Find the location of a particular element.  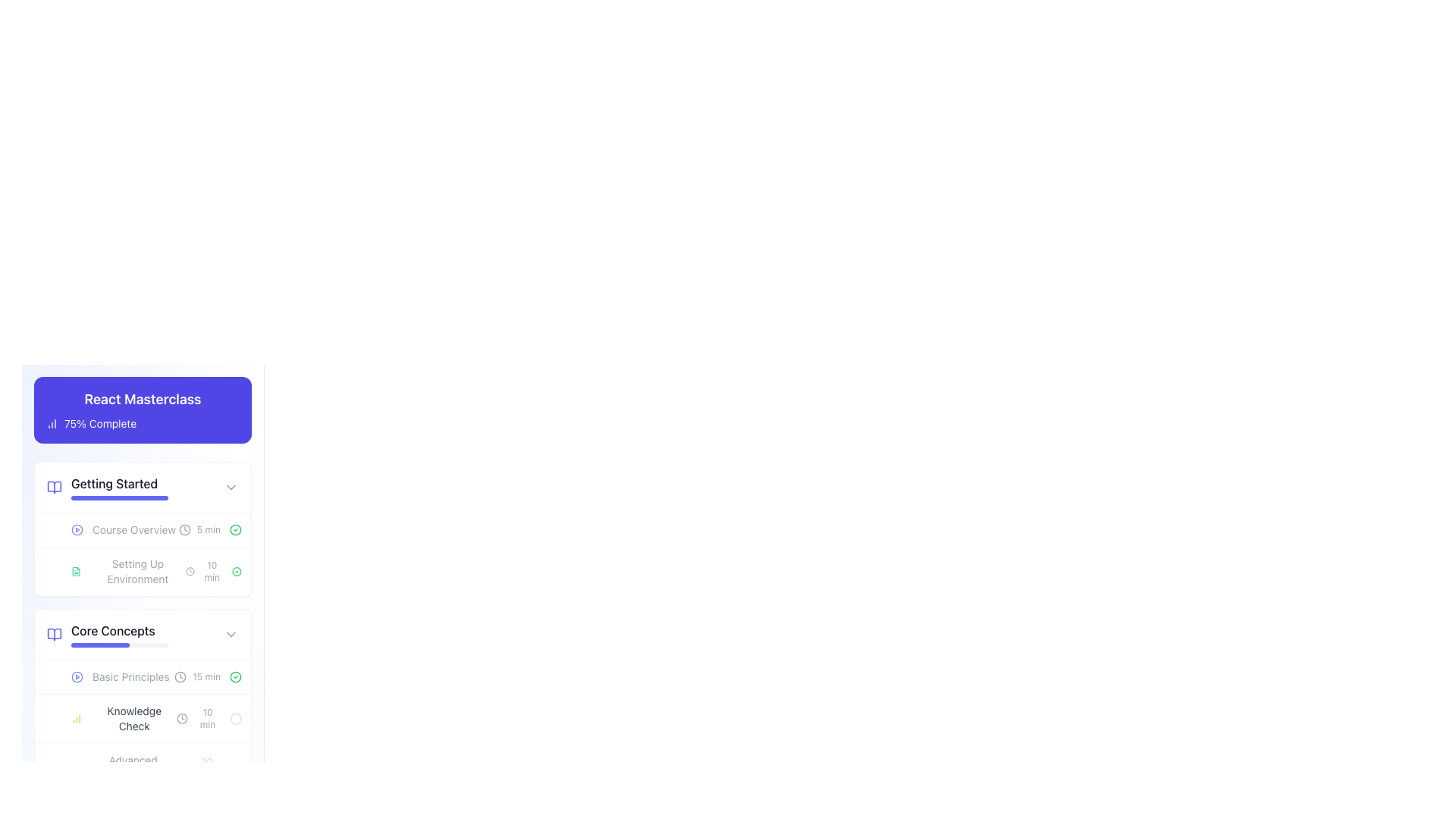

indicative meaning of the clock icon, which is positioned to the left of the '15 min' text in the 'Core Concepts' section, specifically aligned with 'Basic Principles' is located at coordinates (180, 676).